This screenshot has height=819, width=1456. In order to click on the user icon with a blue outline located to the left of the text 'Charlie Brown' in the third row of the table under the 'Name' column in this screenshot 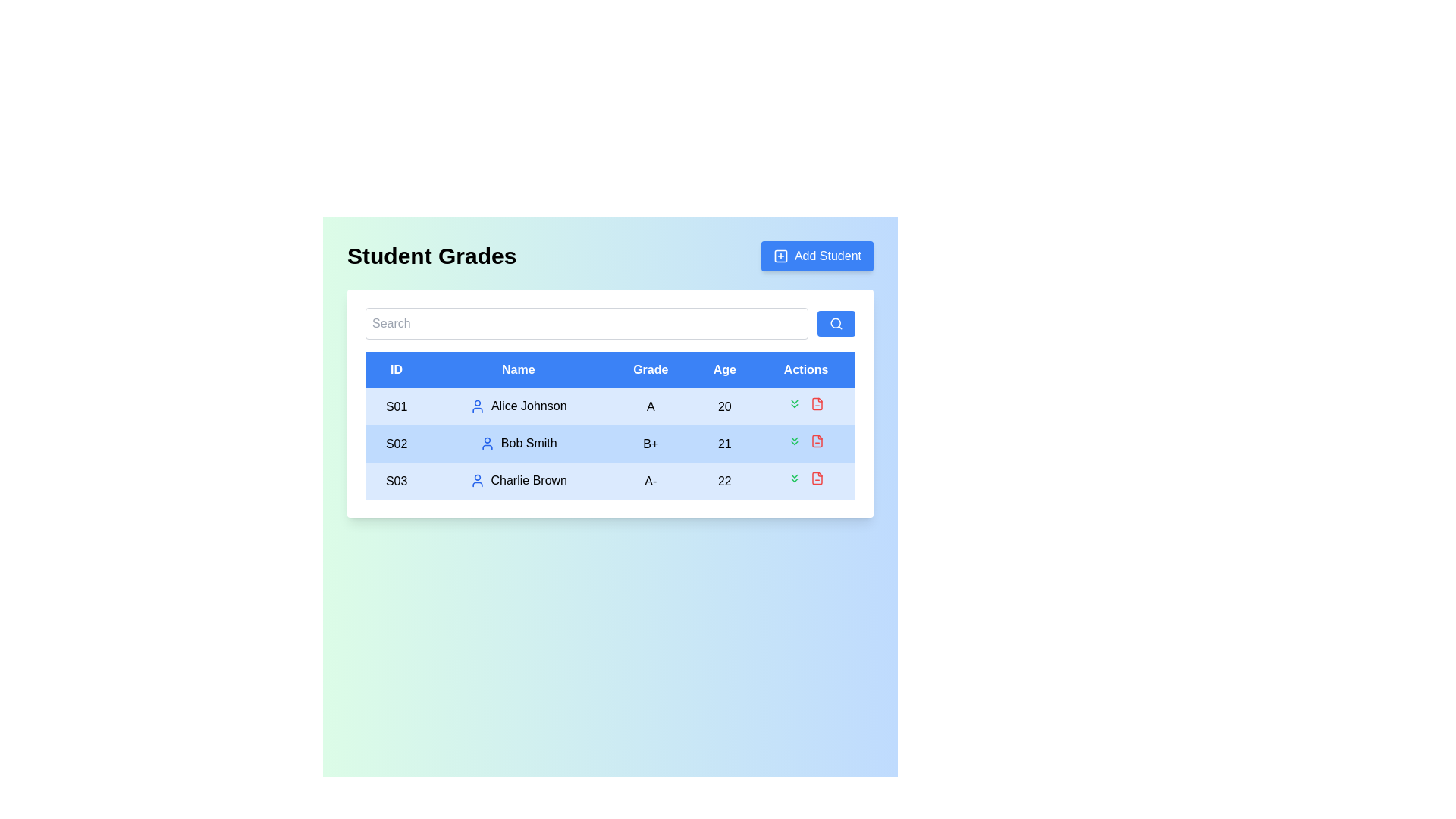, I will do `click(476, 480)`.